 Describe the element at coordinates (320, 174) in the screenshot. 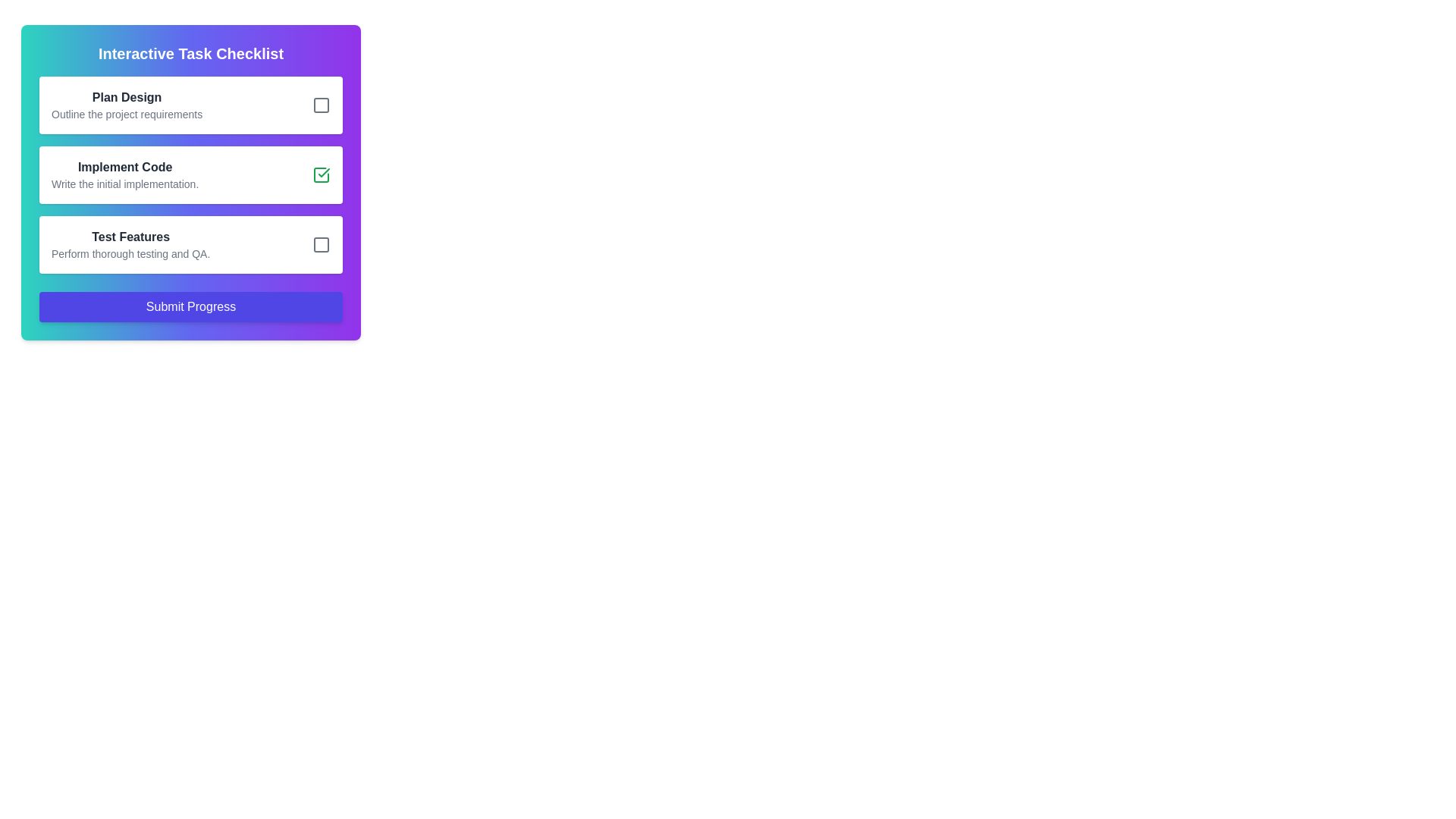

I see `the checkbox with a green tick icon` at that location.